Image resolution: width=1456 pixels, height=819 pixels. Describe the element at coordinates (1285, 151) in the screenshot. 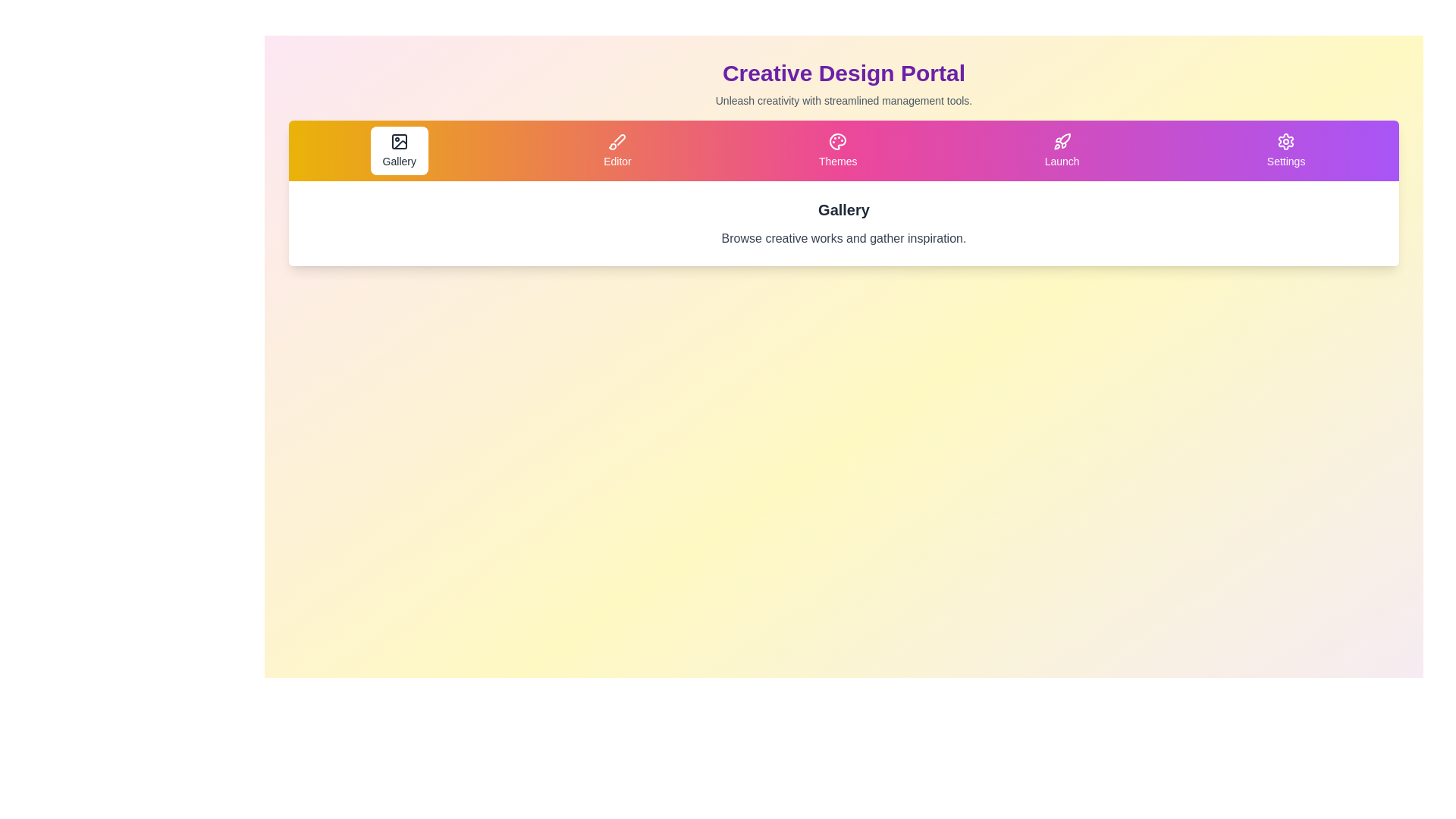

I see `the 'Settings' button, which features a gear icon above the text in a rounded rectangular purple shape, to trigger the scale animation` at that location.